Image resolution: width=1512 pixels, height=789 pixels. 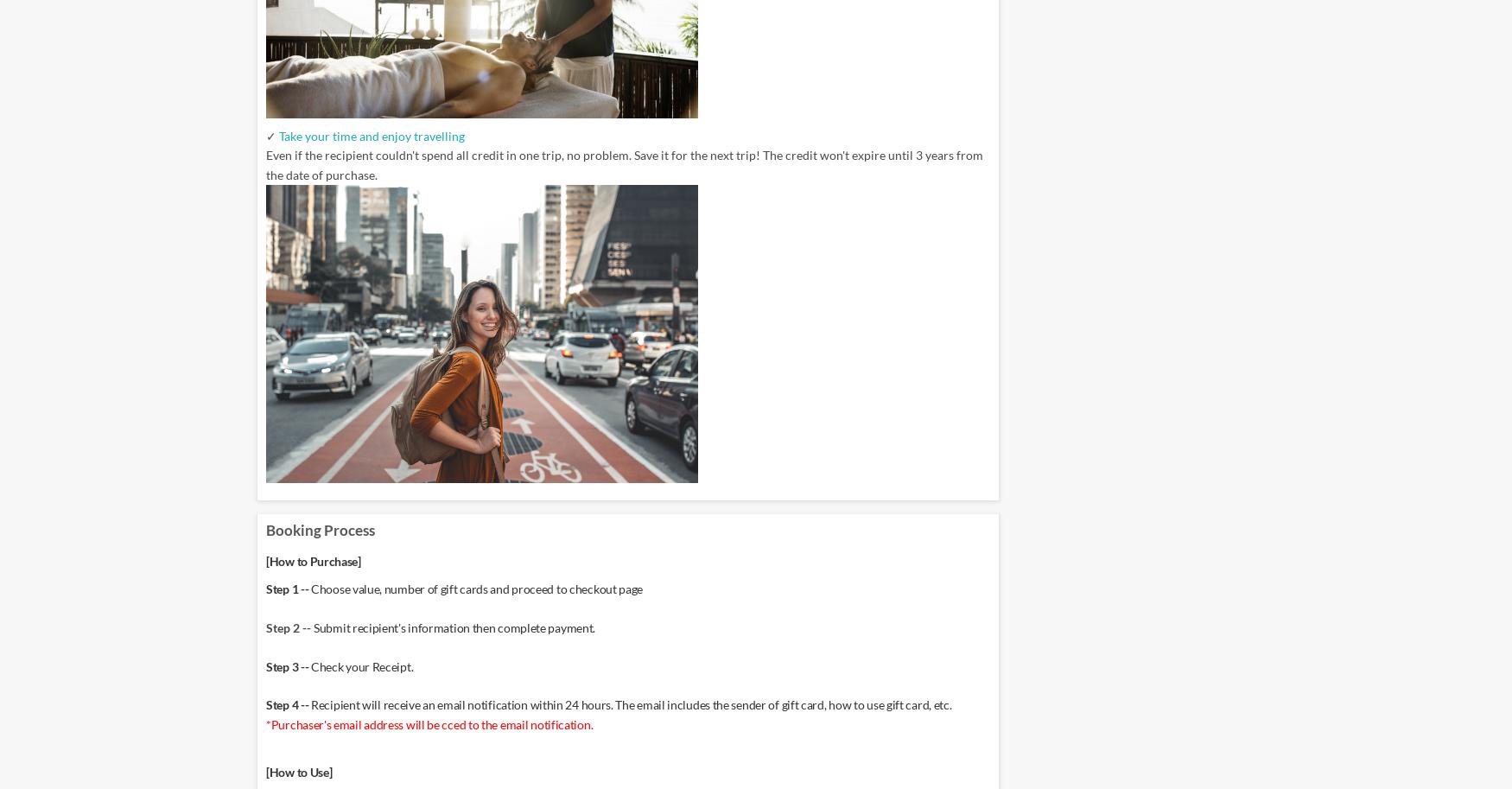 I want to click on '*Purchaser's email address will be cced to the email notification.', so click(x=429, y=723).